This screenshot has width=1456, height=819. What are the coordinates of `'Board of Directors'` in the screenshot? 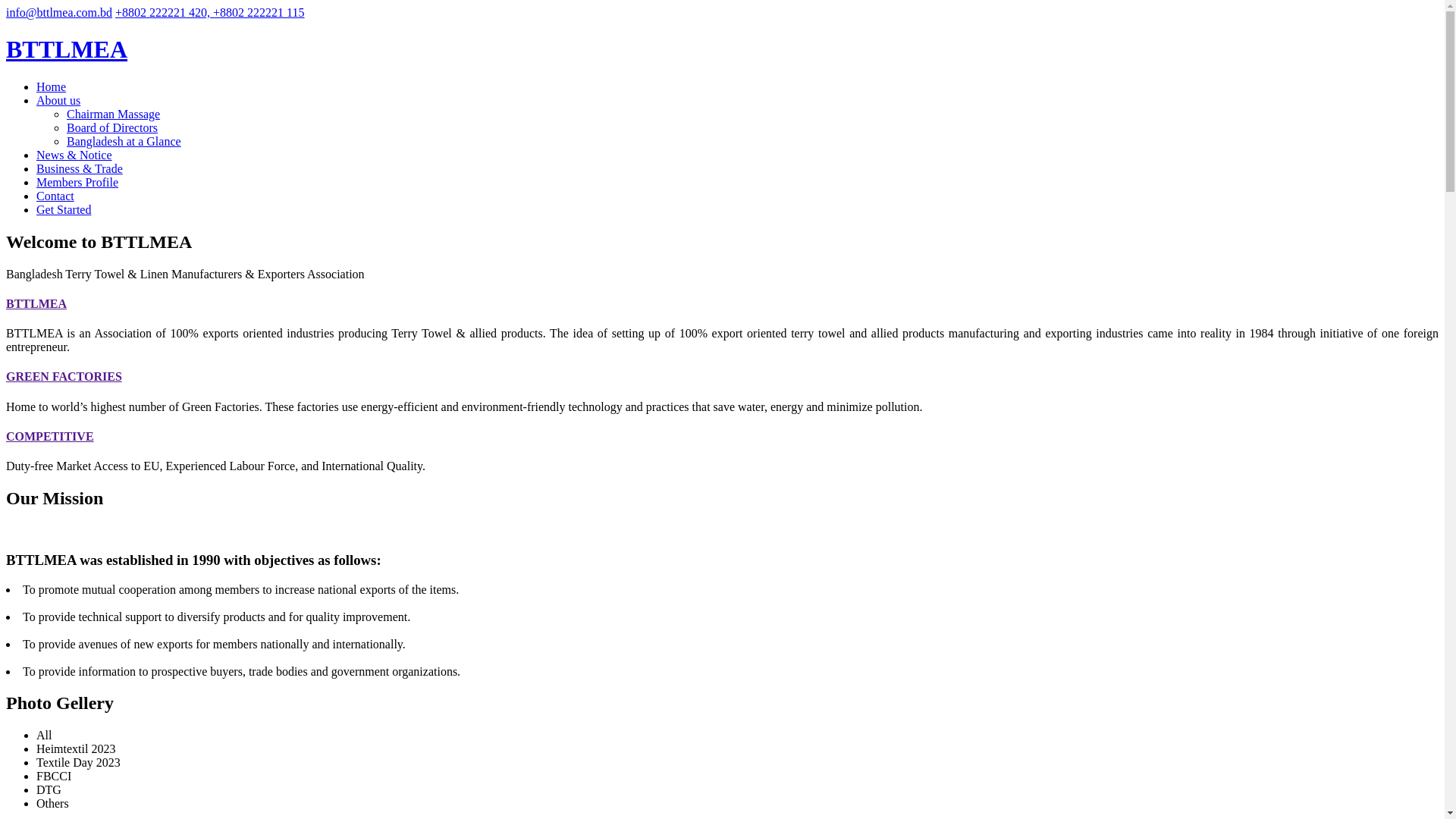 It's located at (111, 127).